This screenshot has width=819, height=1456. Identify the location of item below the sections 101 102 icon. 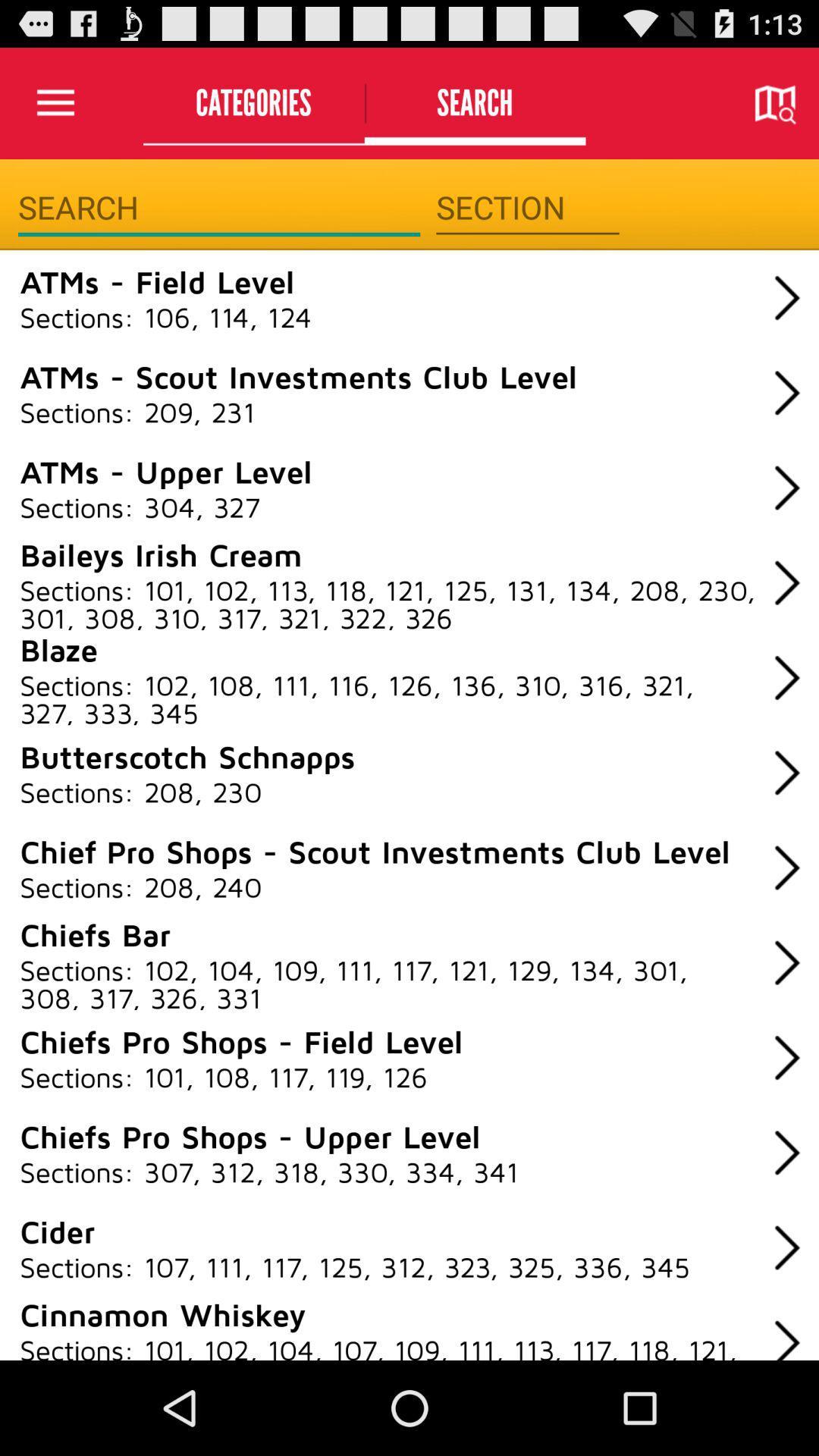
(58, 649).